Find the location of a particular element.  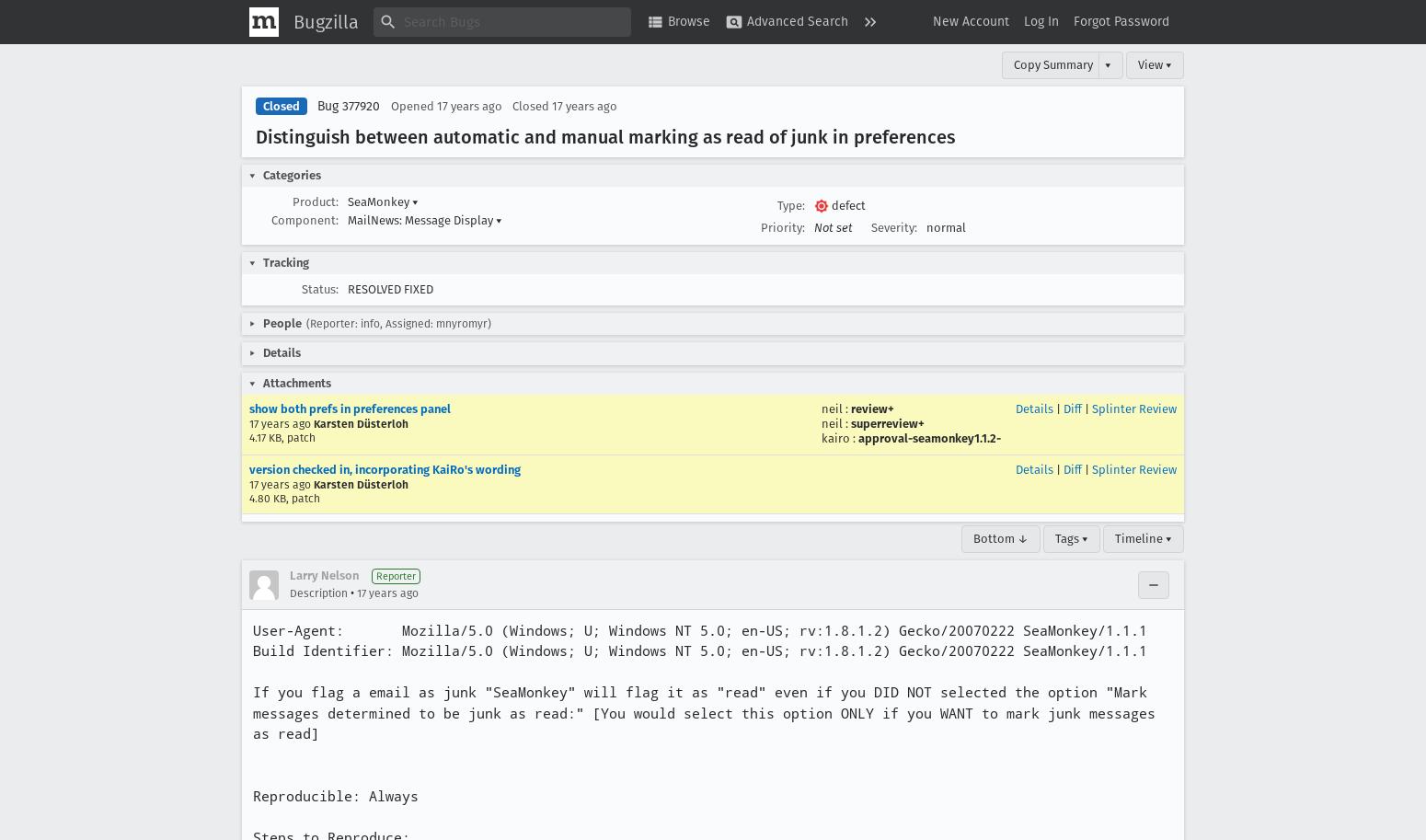

'Larry Nelson' is located at coordinates (323, 574).